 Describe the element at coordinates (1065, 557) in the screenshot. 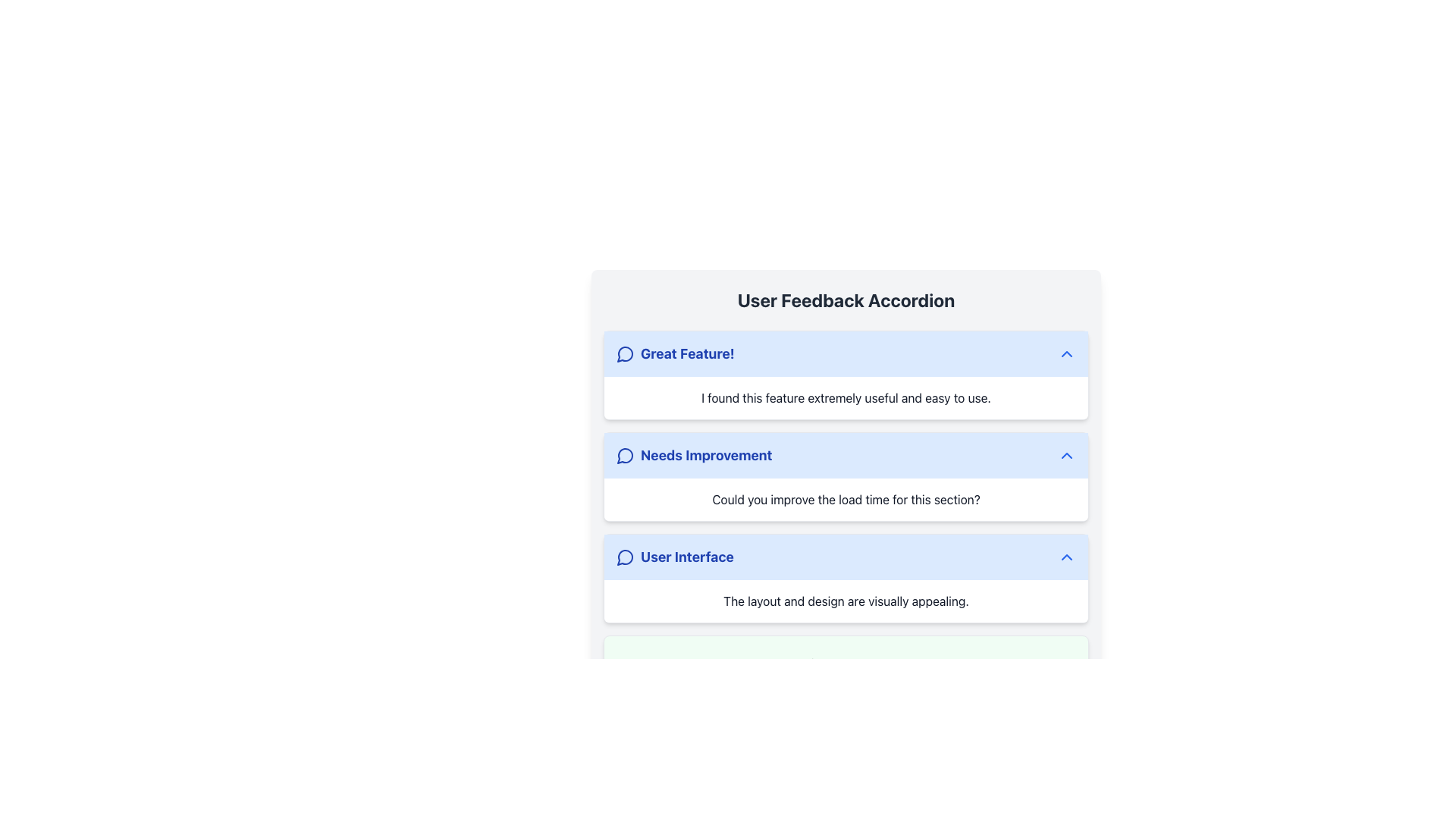

I see `the icon located on the right edge of the 'User Interface' section header to toggle the visibility of additional content` at that location.